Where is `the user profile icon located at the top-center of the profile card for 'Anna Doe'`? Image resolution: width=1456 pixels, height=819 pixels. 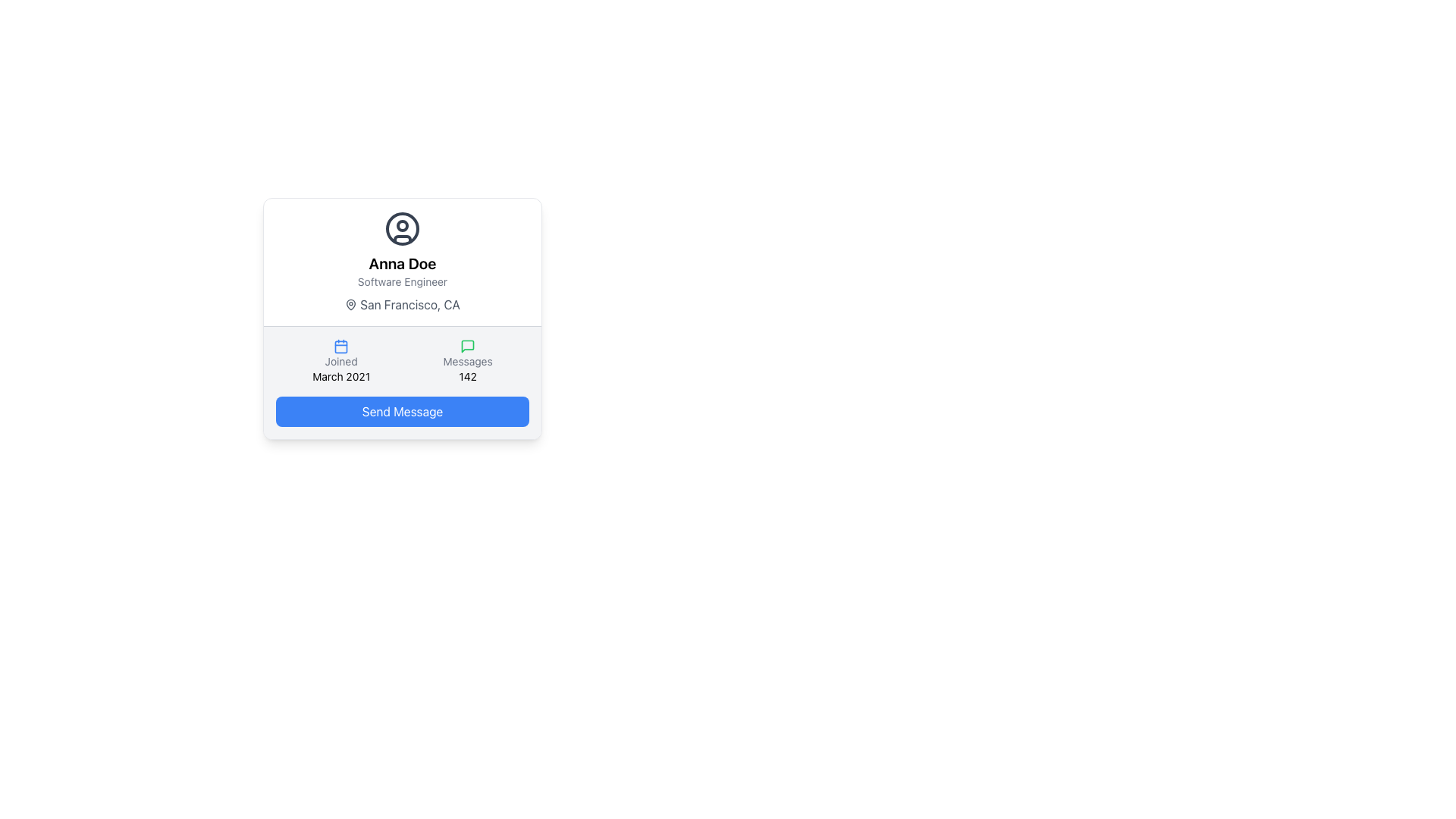
the user profile icon located at the top-center of the profile card for 'Anna Doe' is located at coordinates (403, 228).